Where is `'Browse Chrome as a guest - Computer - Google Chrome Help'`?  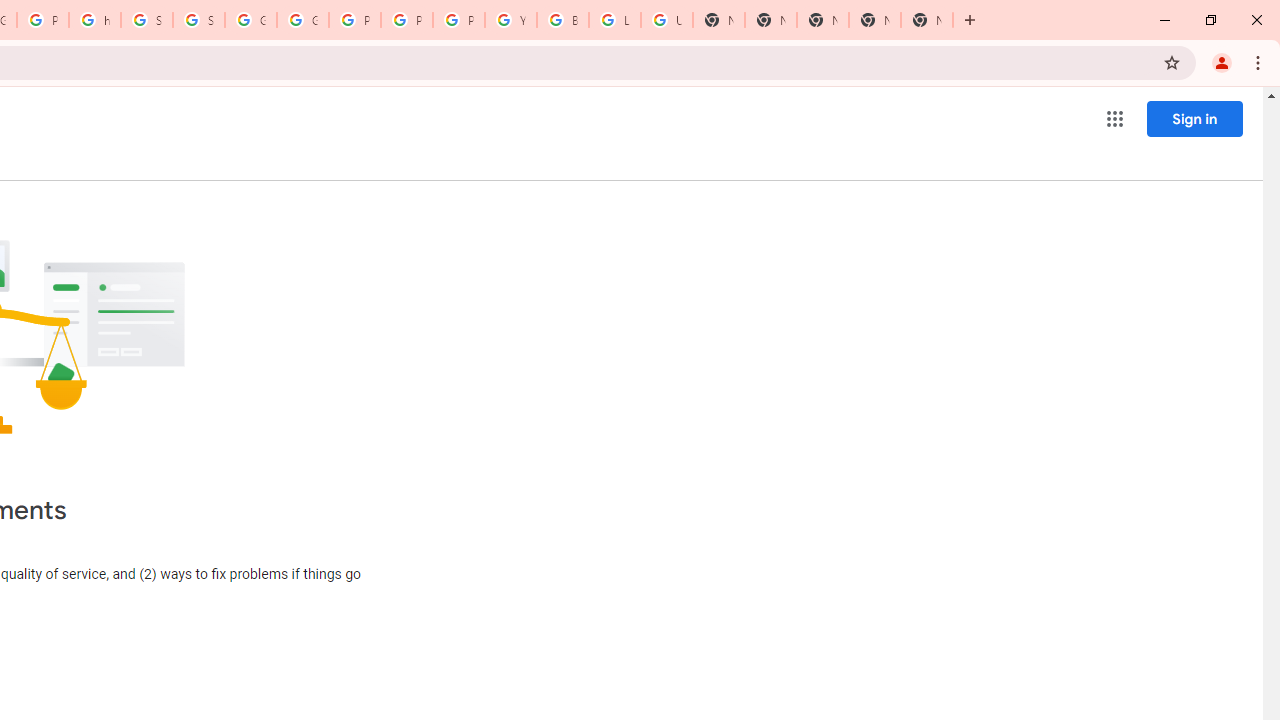 'Browse Chrome as a guest - Computer - Google Chrome Help' is located at coordinates (561, 20).